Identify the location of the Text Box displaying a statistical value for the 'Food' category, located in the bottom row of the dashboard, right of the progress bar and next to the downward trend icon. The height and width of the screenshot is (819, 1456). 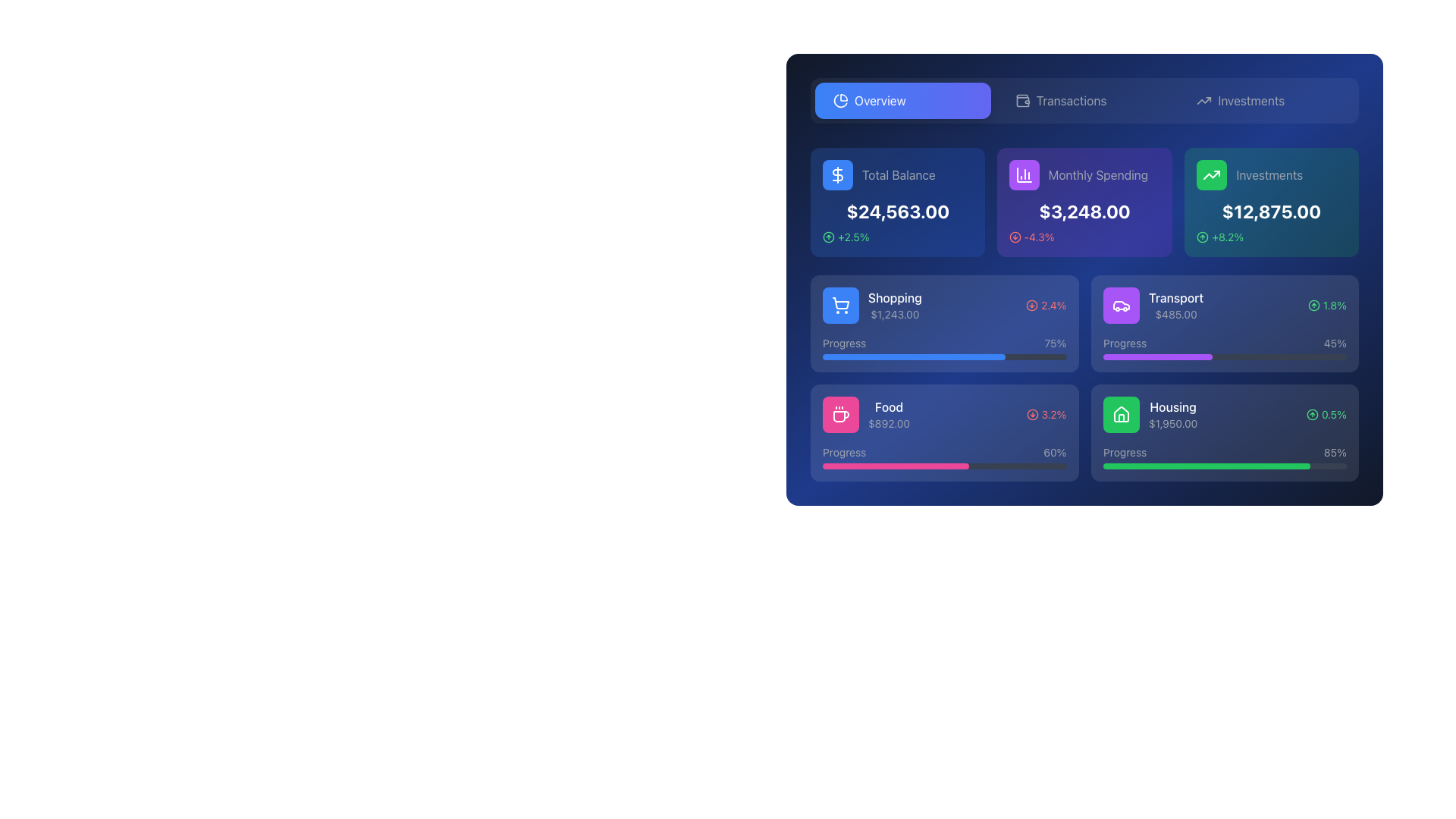
(1053, 415).